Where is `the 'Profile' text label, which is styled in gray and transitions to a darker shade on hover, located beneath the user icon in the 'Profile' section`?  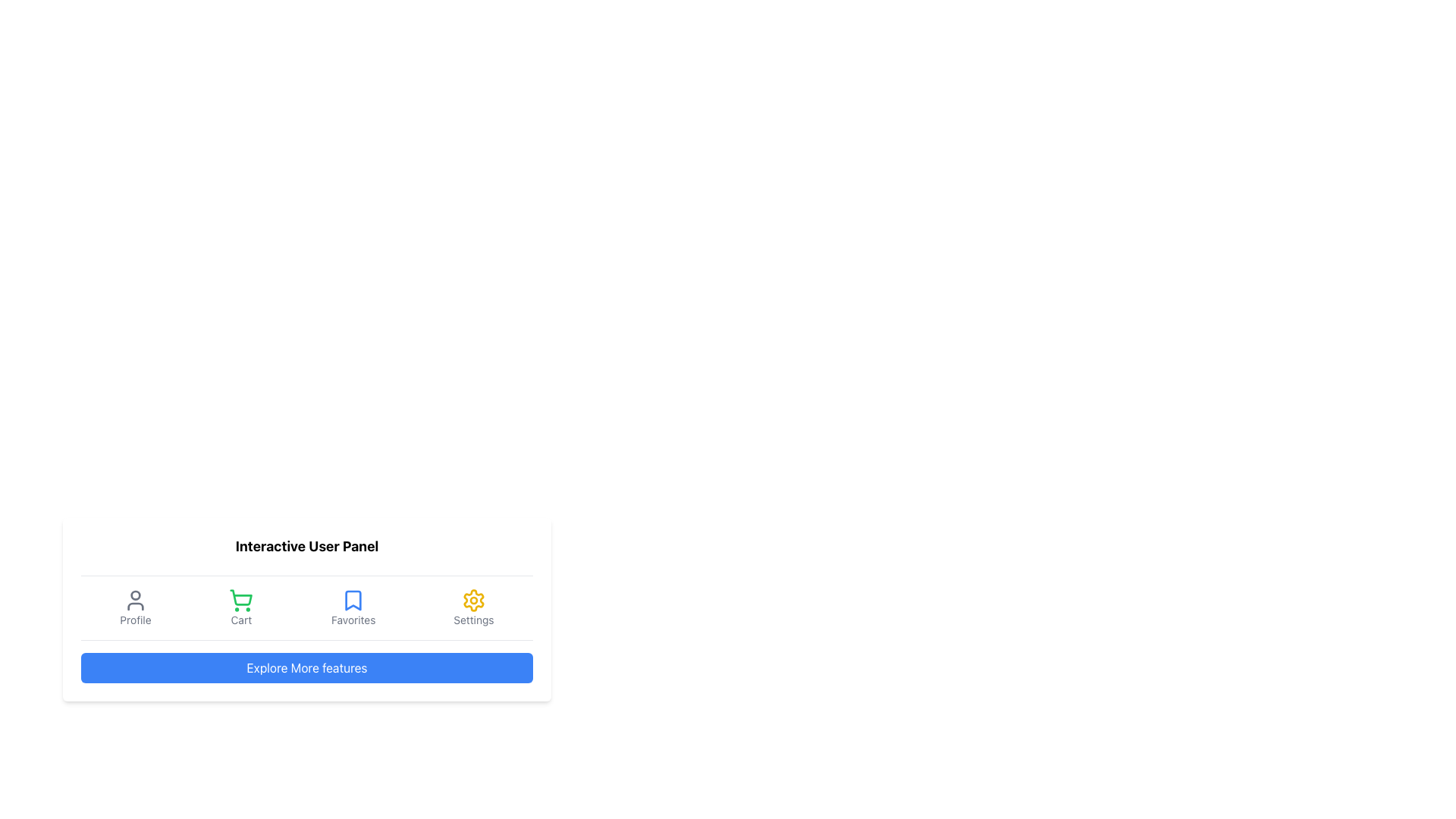
the 'Profile' text label, which is styled in gray and transitions to a darker shade on hover, located beneath the user icon in the 'Profile' section is located at coordinates (135, 620).